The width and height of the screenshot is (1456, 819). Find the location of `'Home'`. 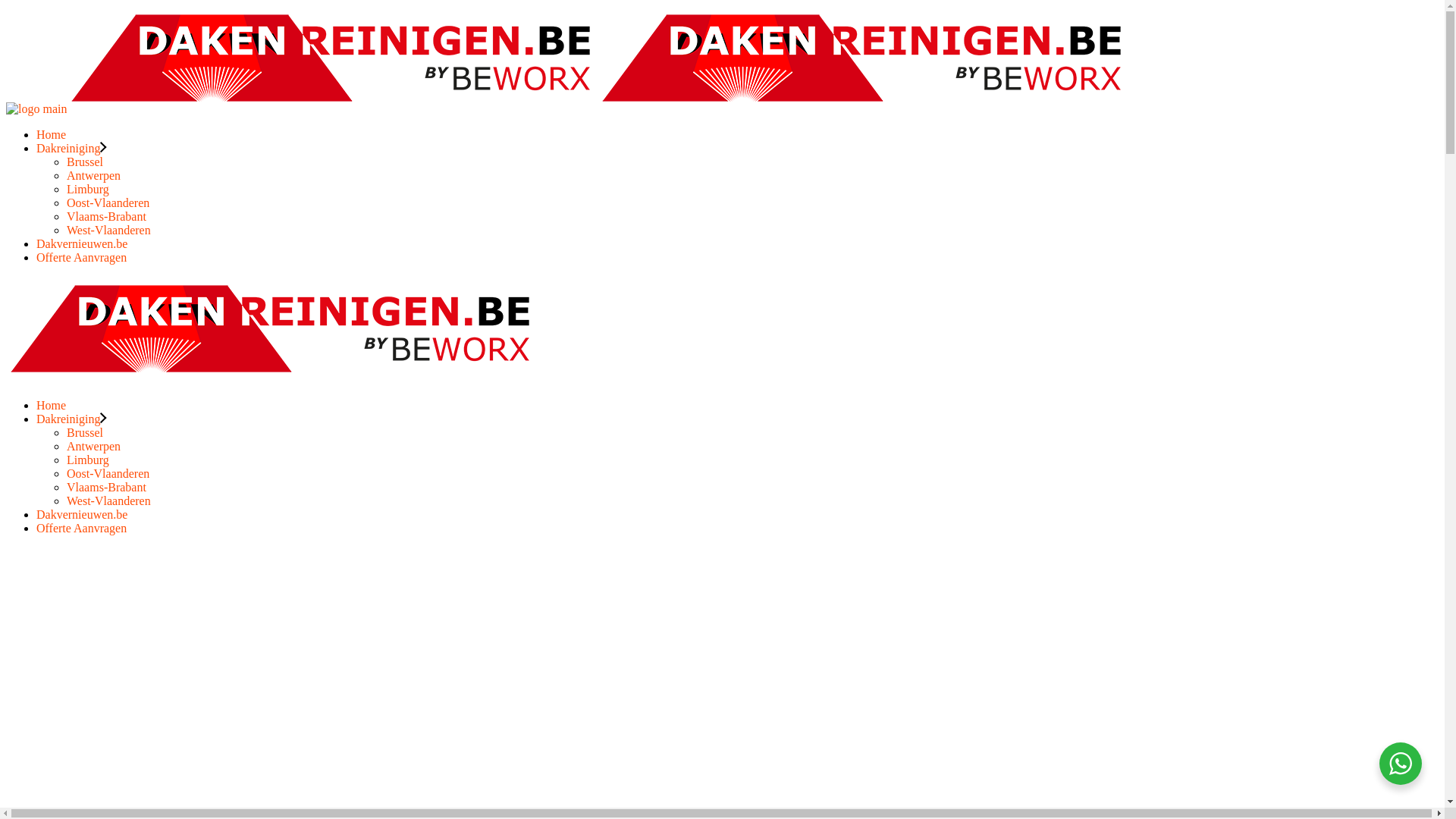

'Home' is located at coordinates (36, 404).